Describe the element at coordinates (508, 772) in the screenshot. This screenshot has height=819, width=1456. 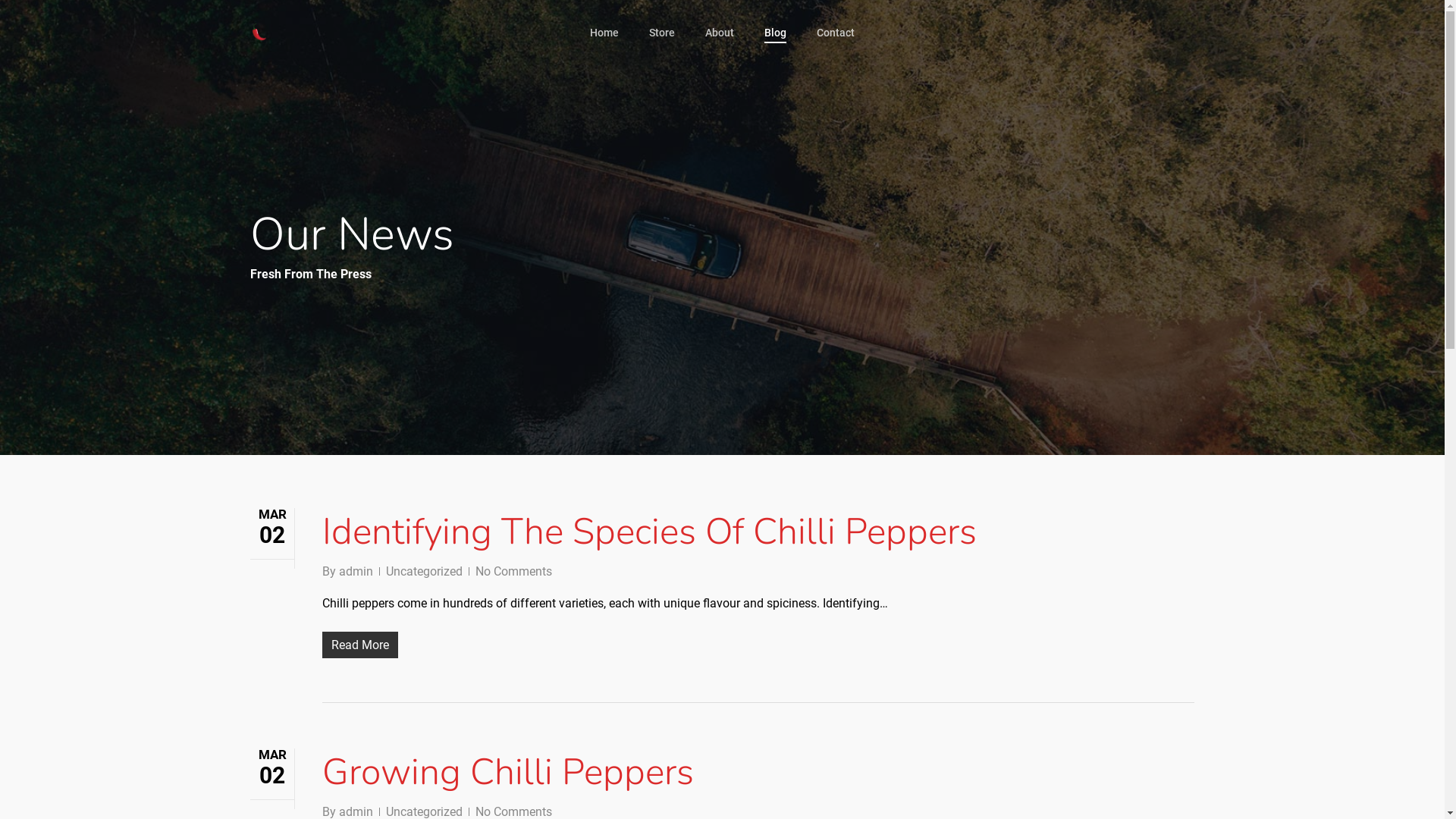
I see `'Growing Chilli Peppers'` at that location.